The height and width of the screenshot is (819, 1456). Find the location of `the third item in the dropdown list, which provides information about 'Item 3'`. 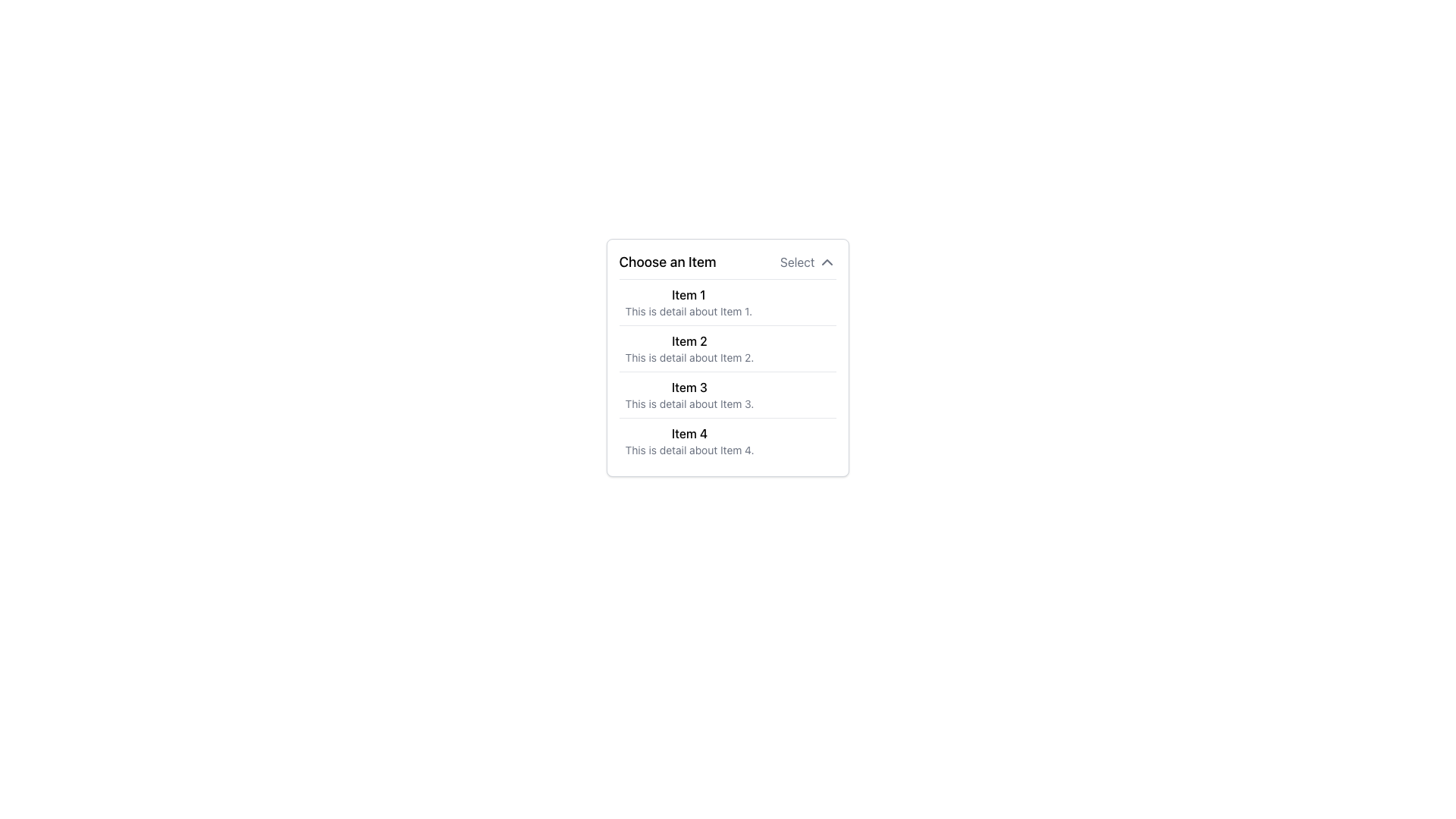

the third item in the dropdown list, which provides information about 'Item 3' is located at coordinates (726, 394).